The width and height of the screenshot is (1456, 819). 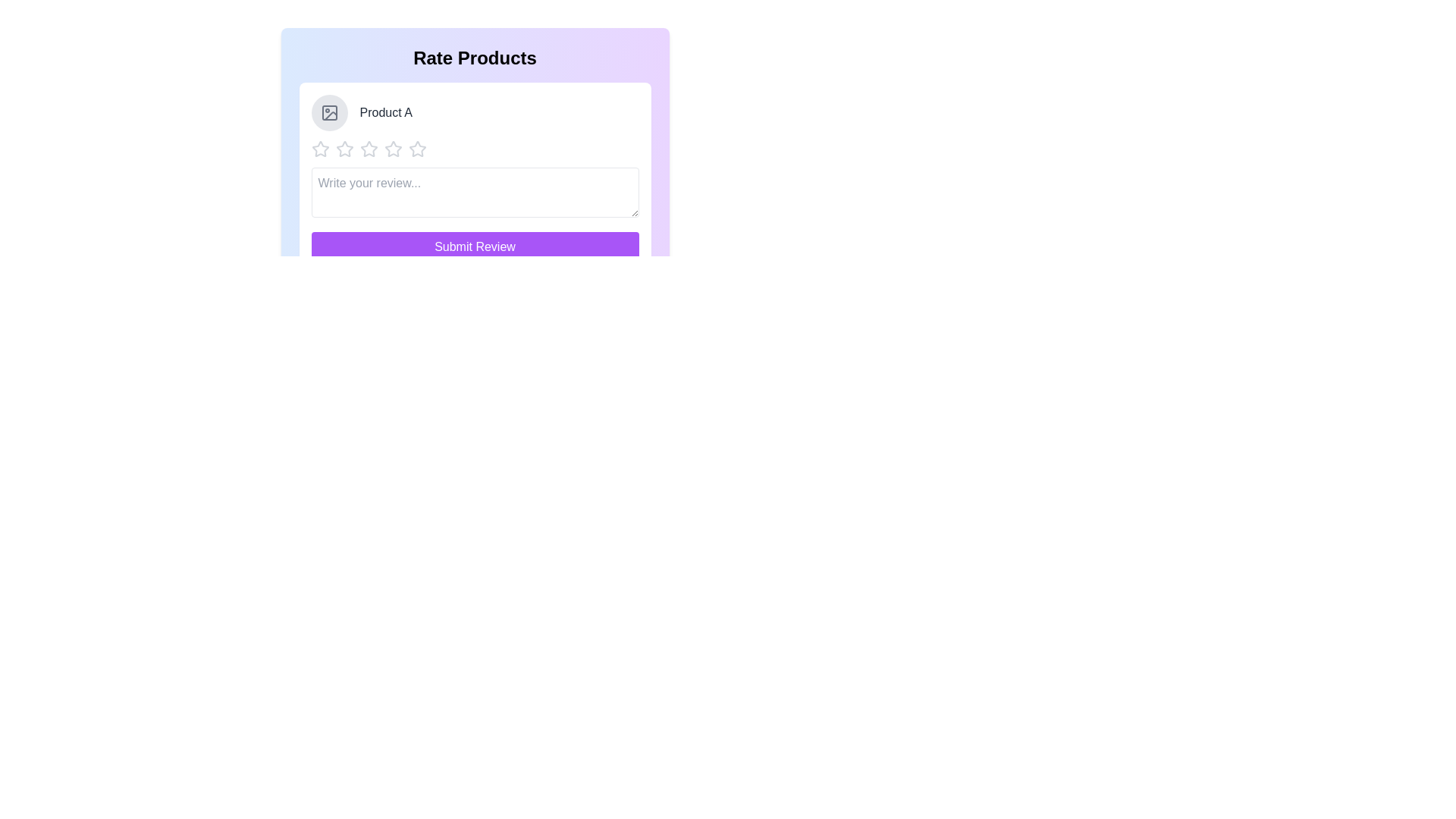 I want to click on the star corresponding to the desired rating 2, so click(x=344, y=149).